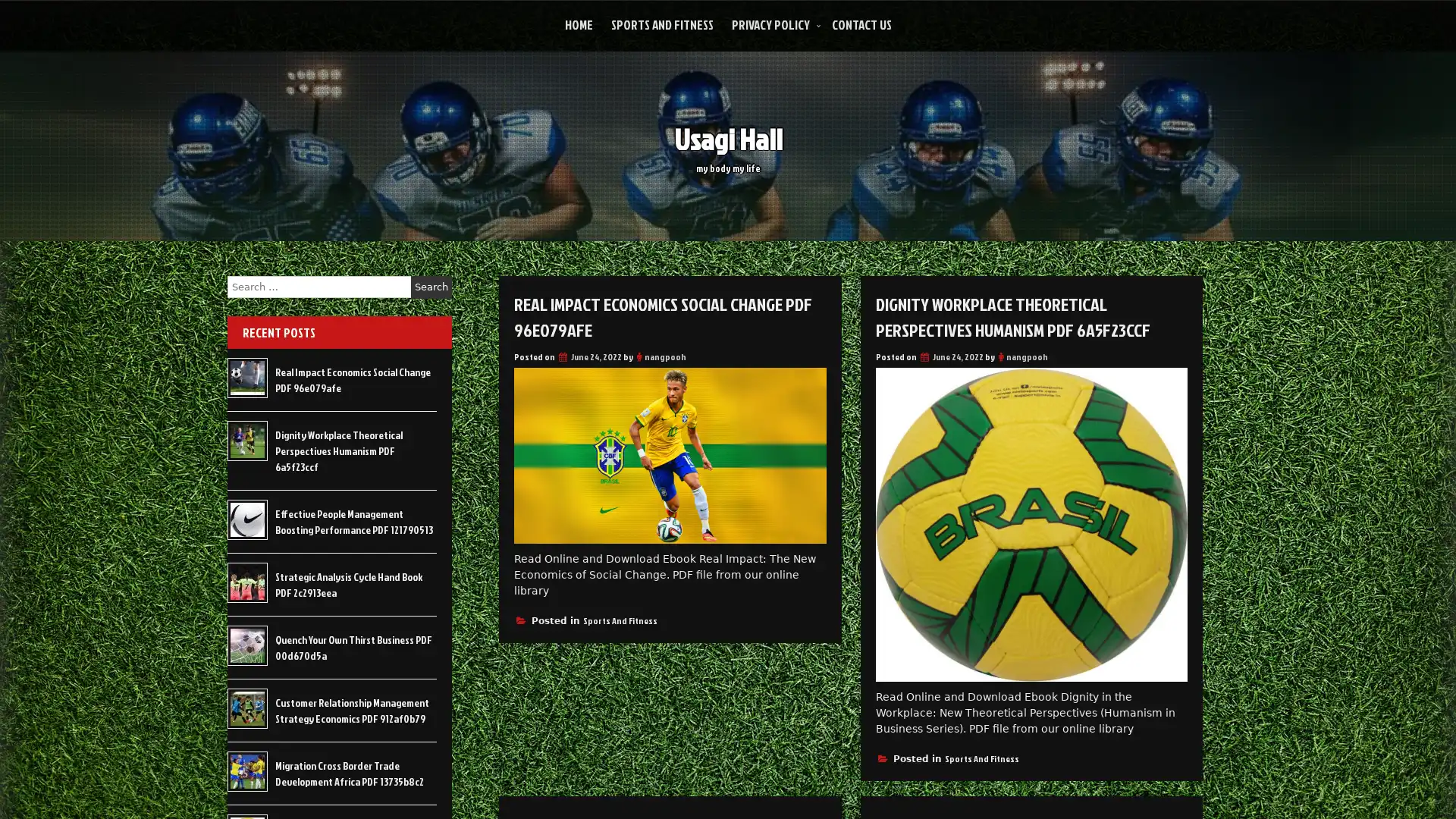 The height and width of the screenshot is (819, 1456). Describe the element at coordinates (431, 287) in the screenshot. I see `Search` at that location.